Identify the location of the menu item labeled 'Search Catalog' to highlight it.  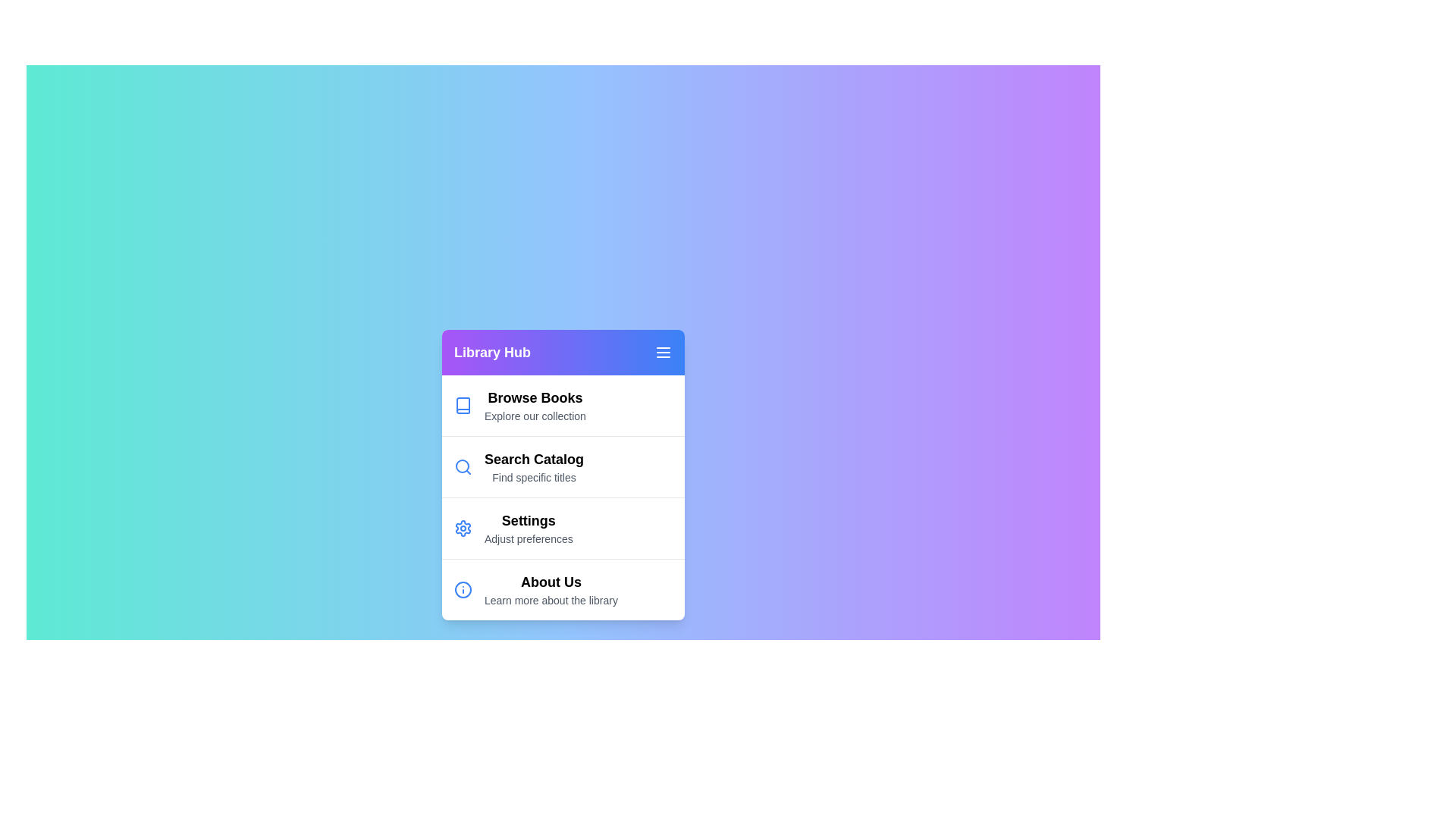
(563, 465).